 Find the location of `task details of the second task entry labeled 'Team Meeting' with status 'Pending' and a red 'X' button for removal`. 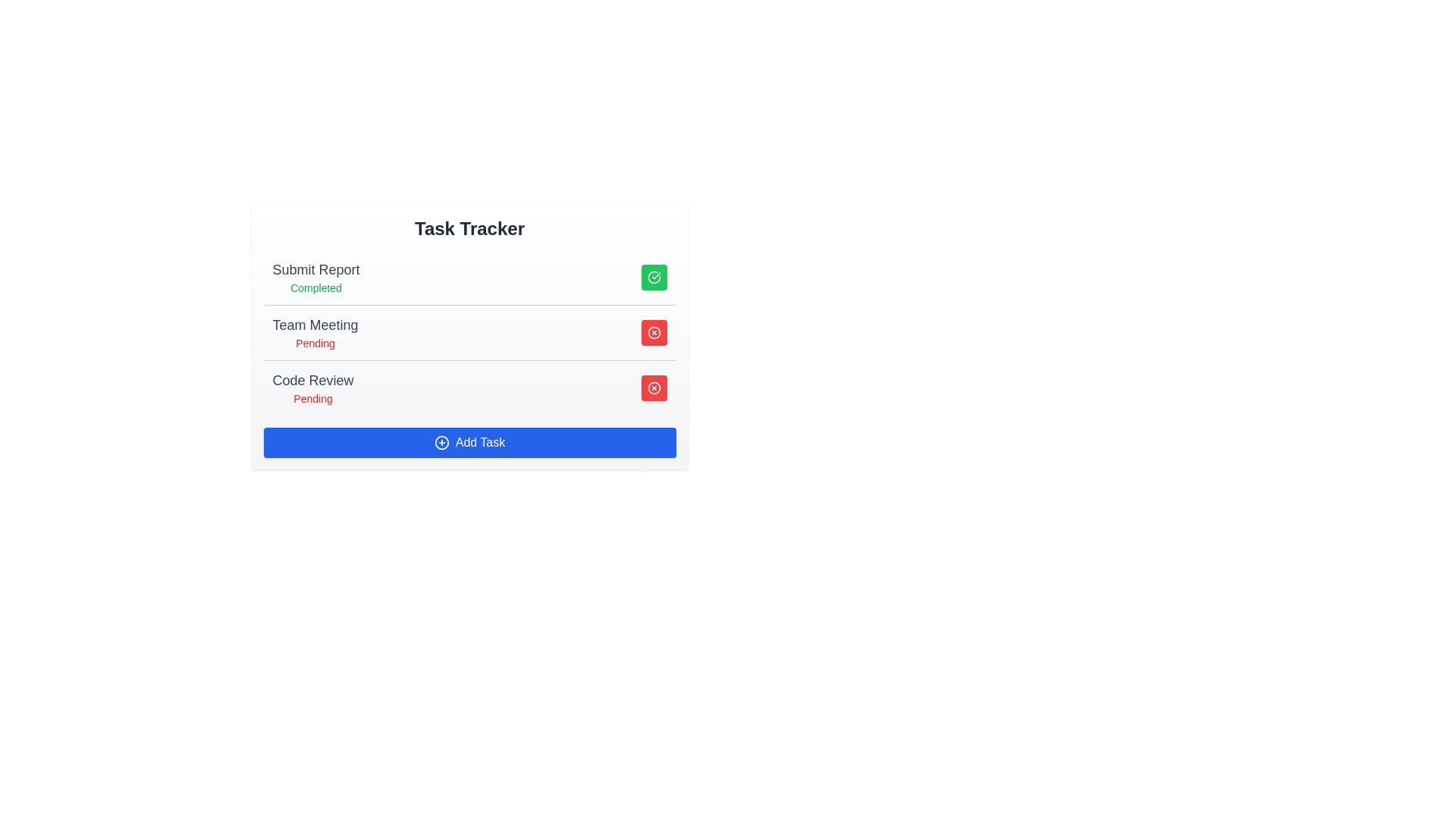

task details of the second task entry labeled 'Team Meeting' with status 'Pending' and a red 'X' button for removal is located at coordinates (469, 331).